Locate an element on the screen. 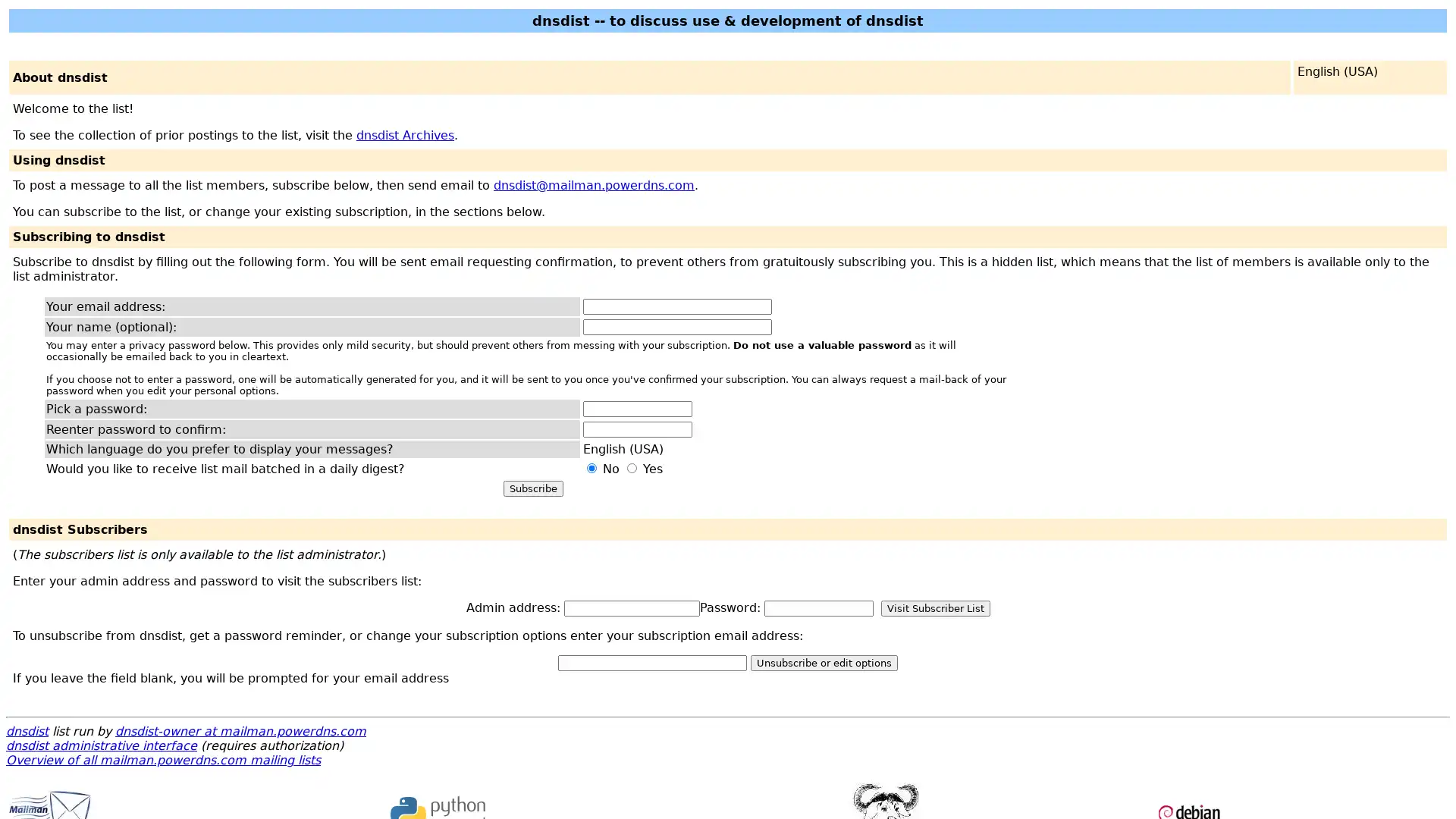  Visit Subscriber List is located at coordinates (934, 607).